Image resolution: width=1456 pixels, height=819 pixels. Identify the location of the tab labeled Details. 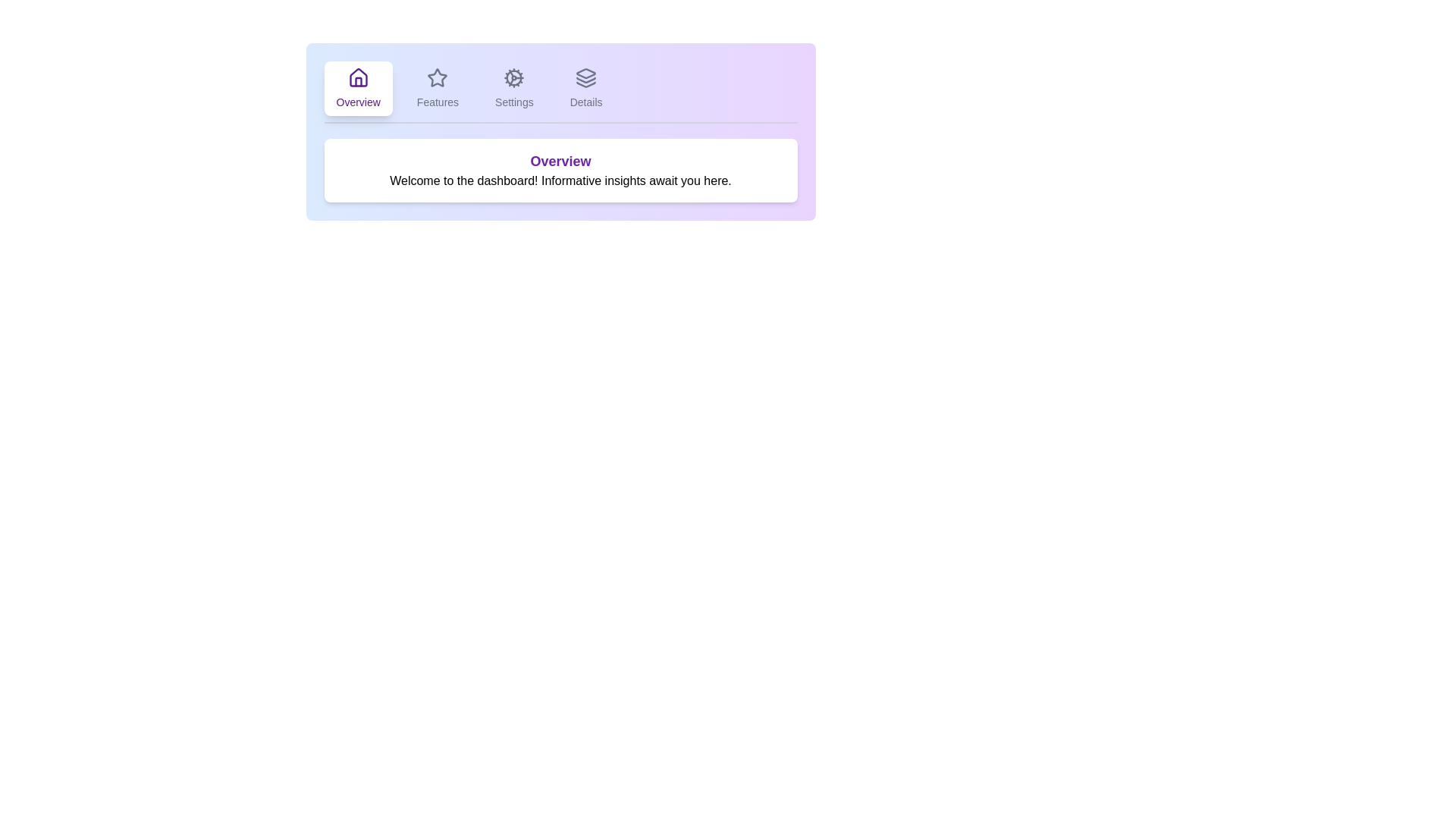
(585, 88).